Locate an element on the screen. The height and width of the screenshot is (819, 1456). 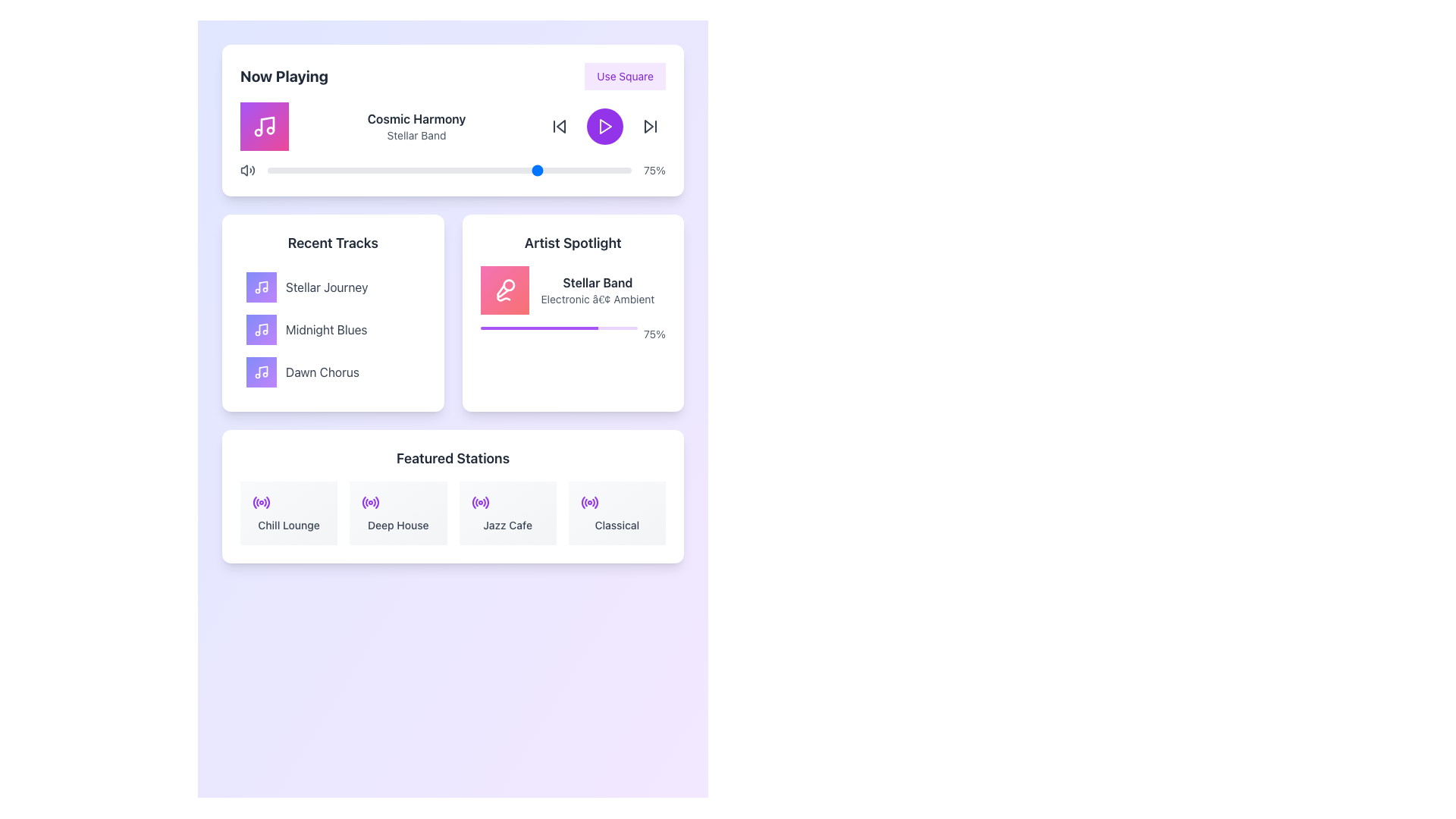
the microphone icon displayed in white against a gradient pink-to-red background, located within the 'Featured Stations' section is located at coordinates (504, 290).